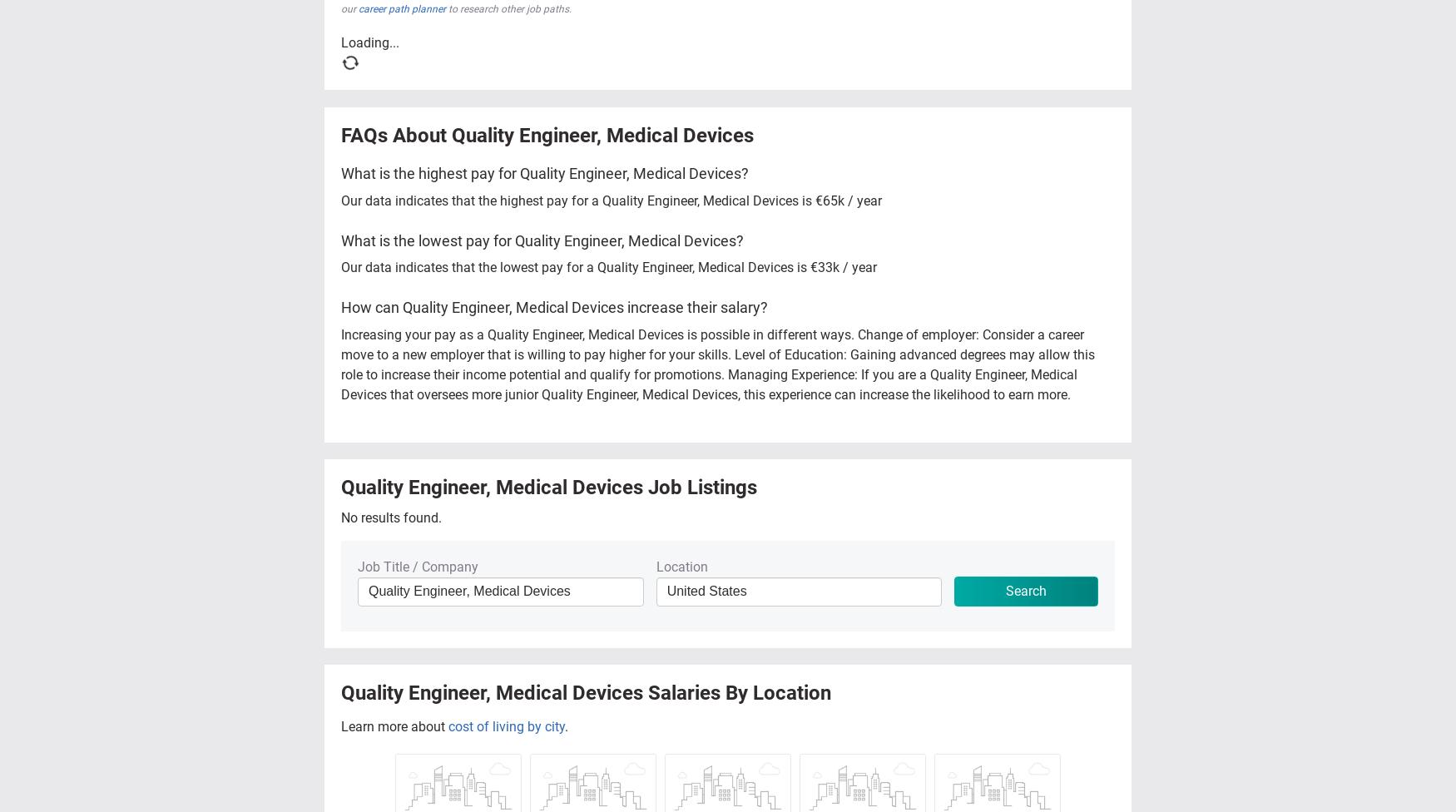  Describe the element at coordinates (370, 42) in the screenshot. I see `'Loading...'` at that location.